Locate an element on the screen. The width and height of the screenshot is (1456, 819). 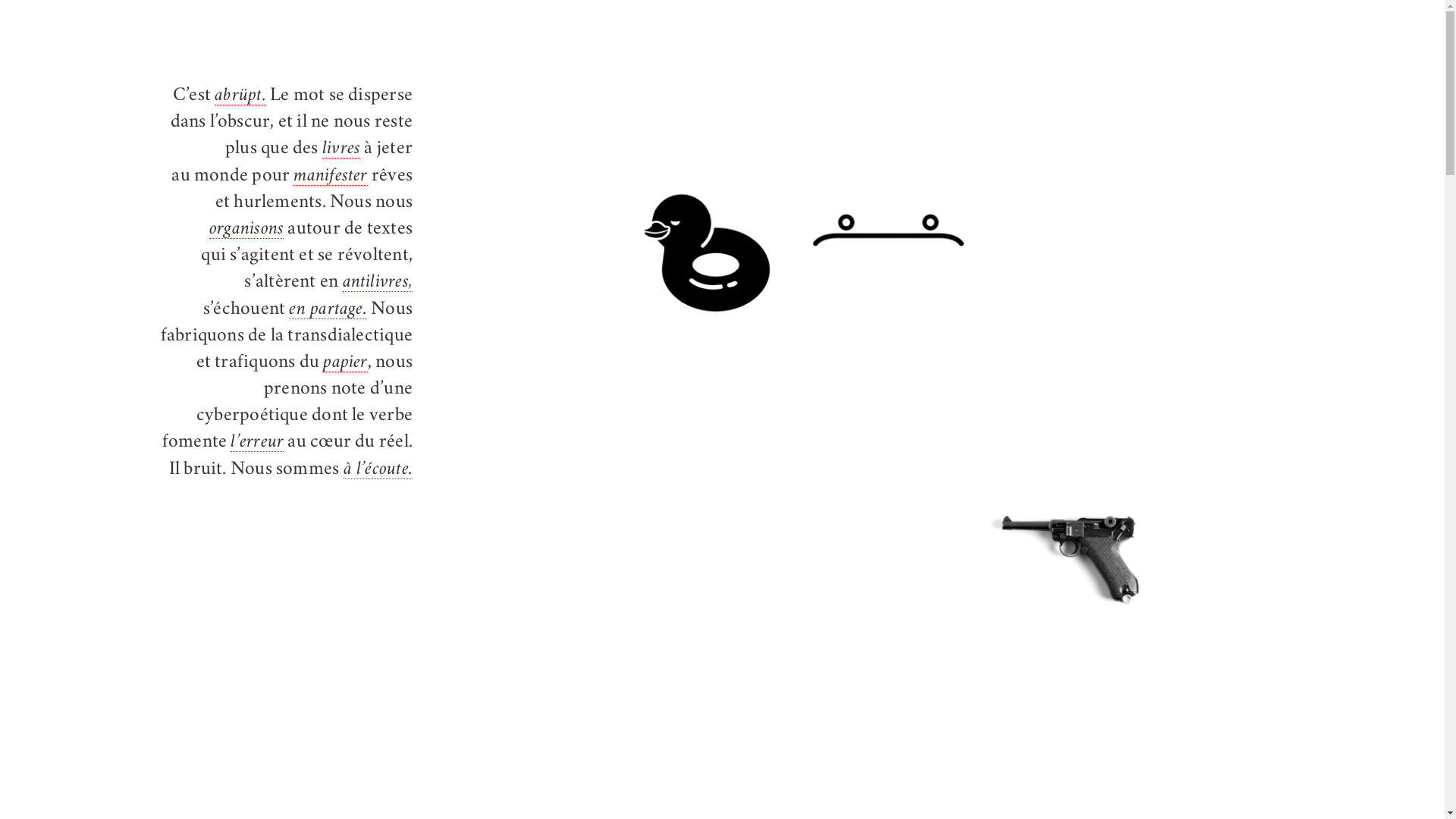
'antilivres,' is located at coordinates (378, 283).